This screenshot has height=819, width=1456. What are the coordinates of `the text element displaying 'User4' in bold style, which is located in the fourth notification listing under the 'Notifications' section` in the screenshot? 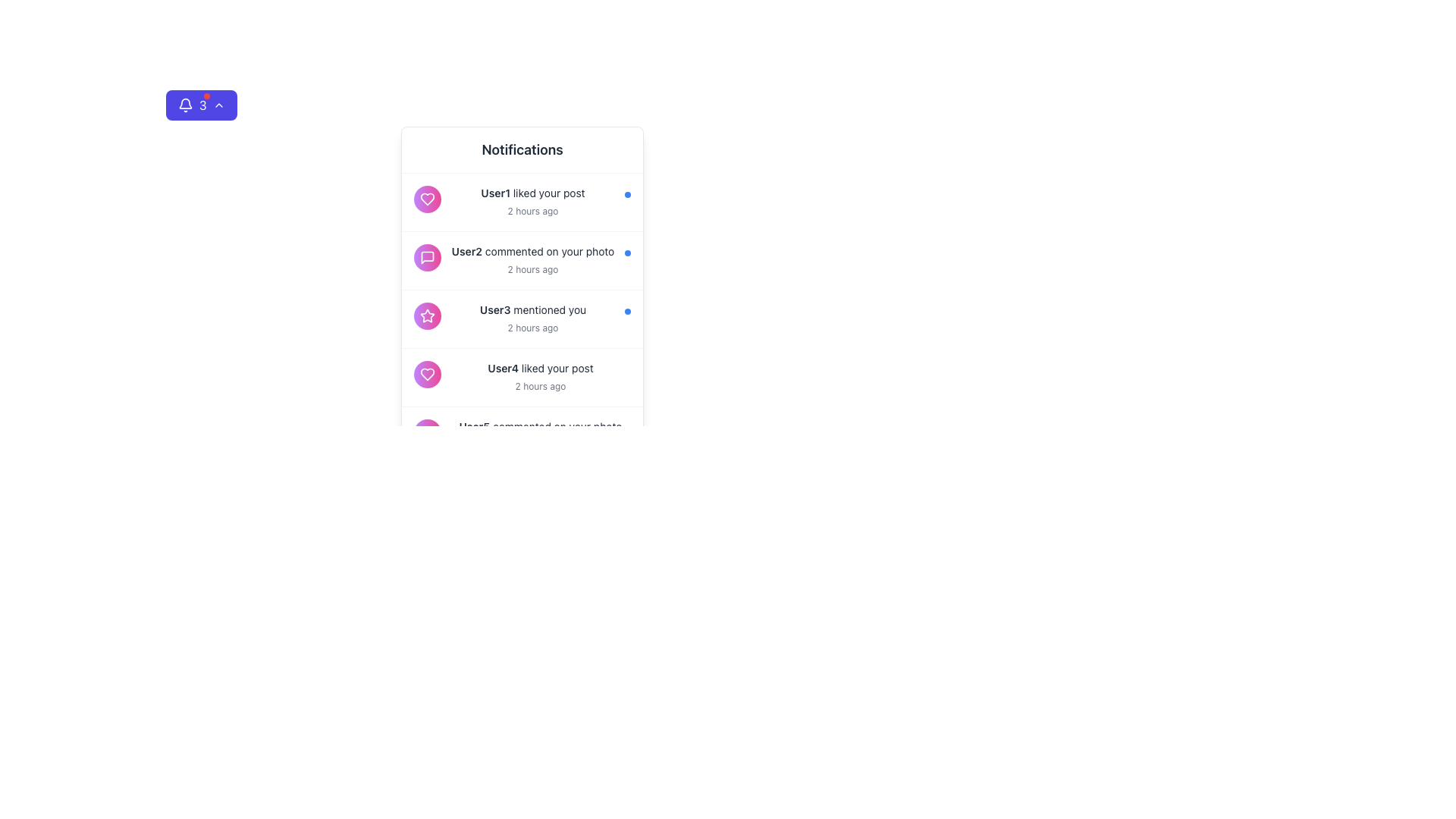 It's located at (503, 368).